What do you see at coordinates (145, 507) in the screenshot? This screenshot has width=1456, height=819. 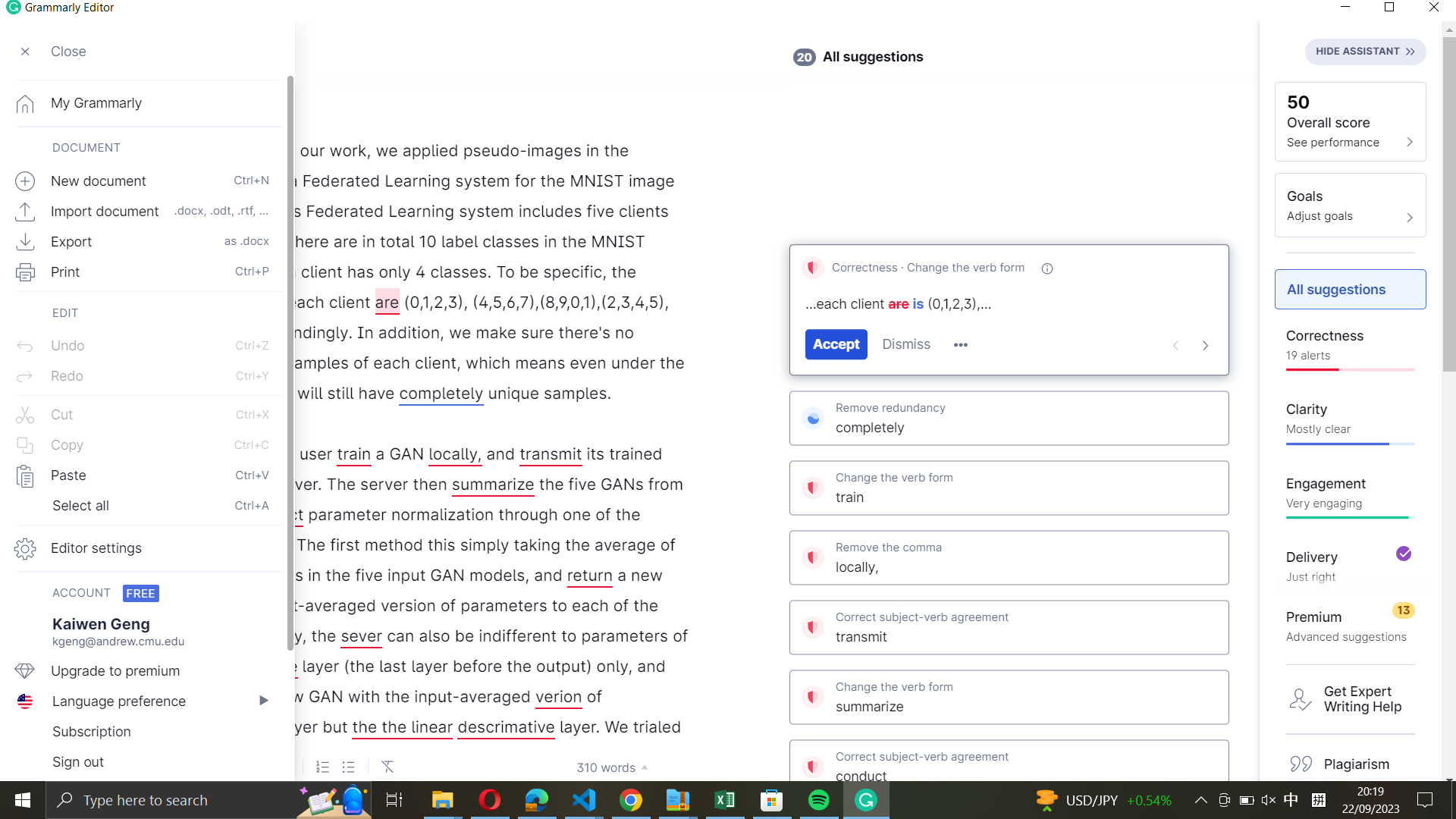 I see `Highlight every word` at bounding box center [145, 507].